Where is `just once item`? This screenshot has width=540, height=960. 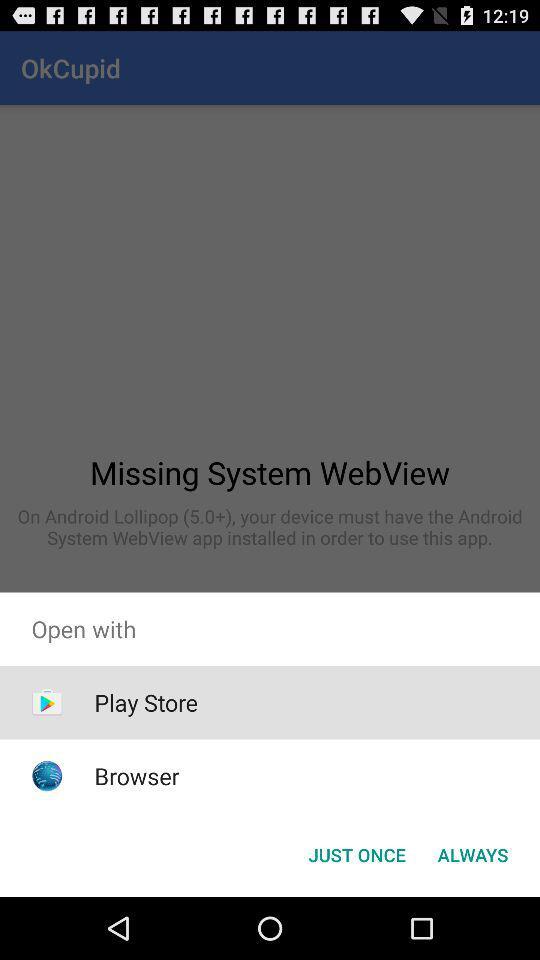
just once item is located at coordinates (356, 853).